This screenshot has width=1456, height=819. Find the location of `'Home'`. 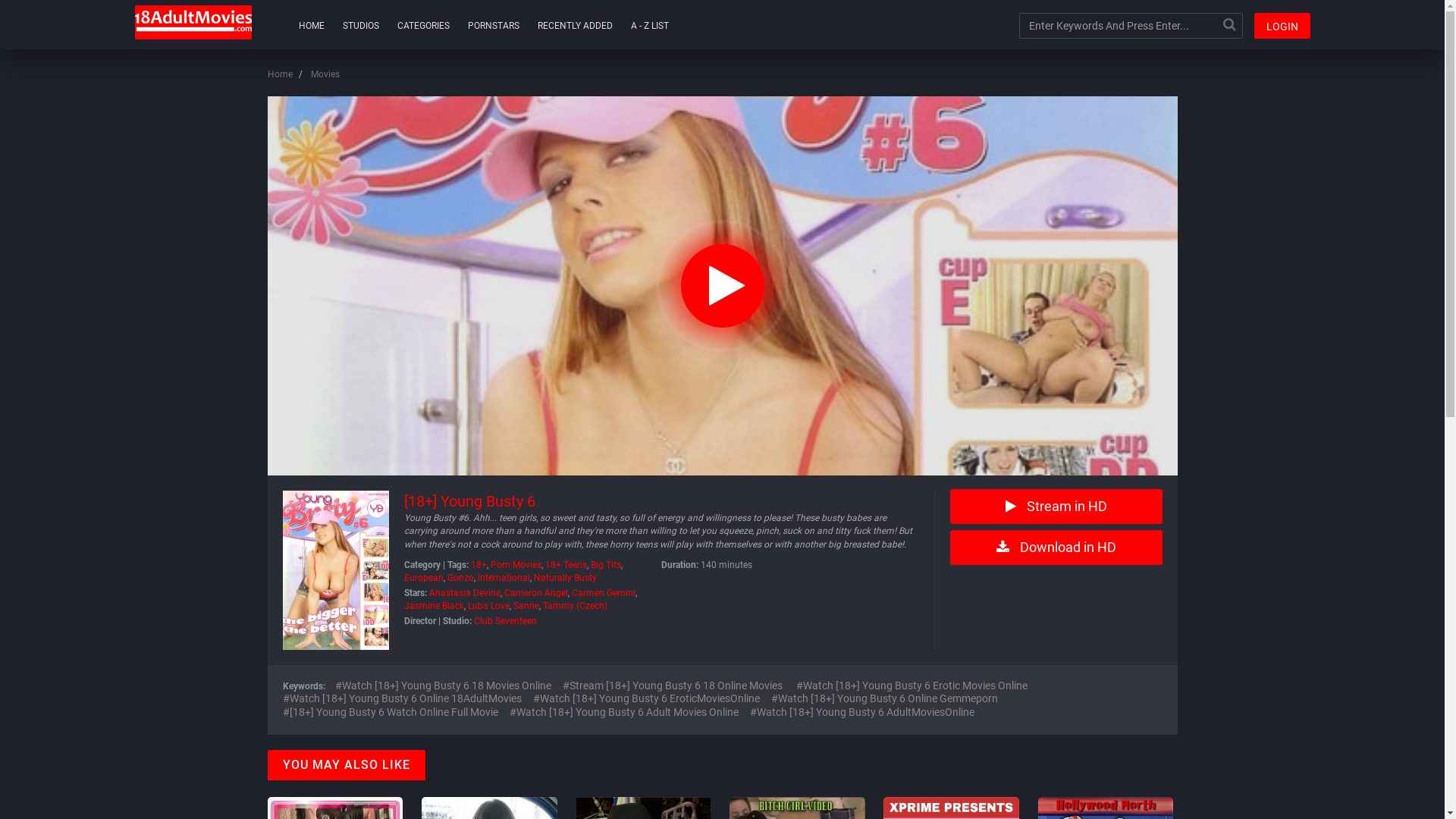

'Home' is located at coordinates (279, 74).